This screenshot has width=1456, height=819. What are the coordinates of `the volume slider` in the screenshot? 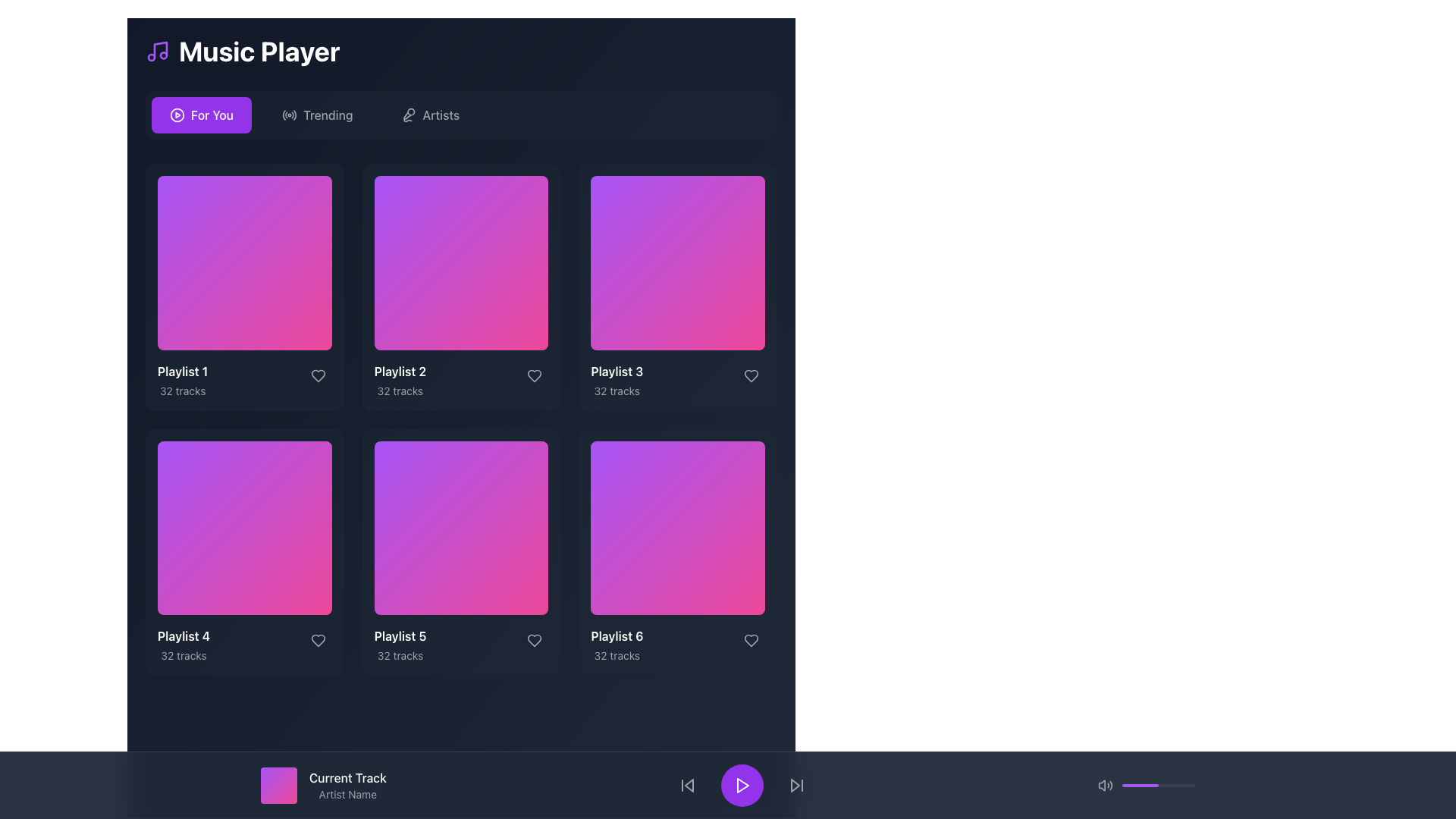 It's located at (1190, 785).